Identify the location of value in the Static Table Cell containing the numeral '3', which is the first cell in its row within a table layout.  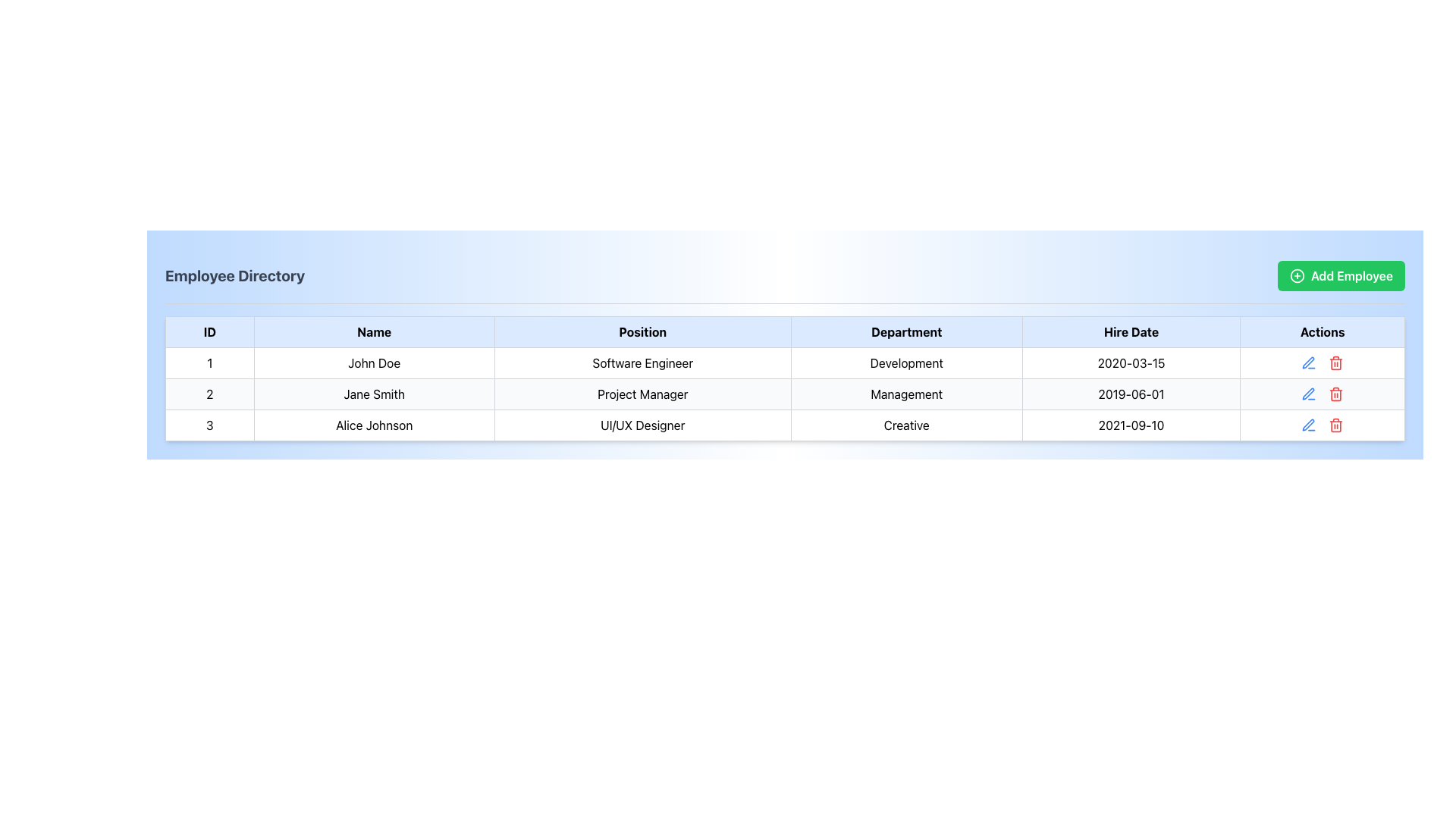
(209, 425).